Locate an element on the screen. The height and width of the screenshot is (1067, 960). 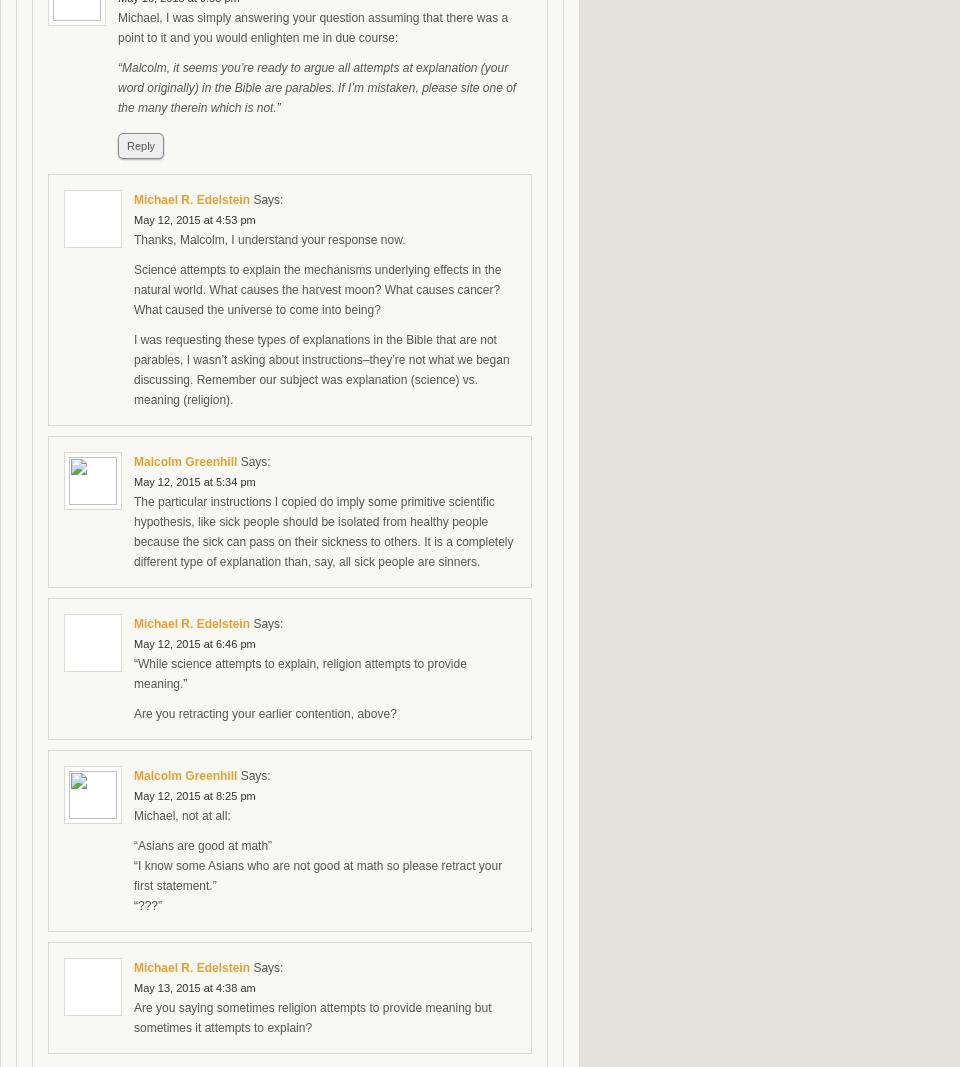
'“I know some Asians who are not good at math so please retract your first statement.”' is located at coordinates (318, 875).